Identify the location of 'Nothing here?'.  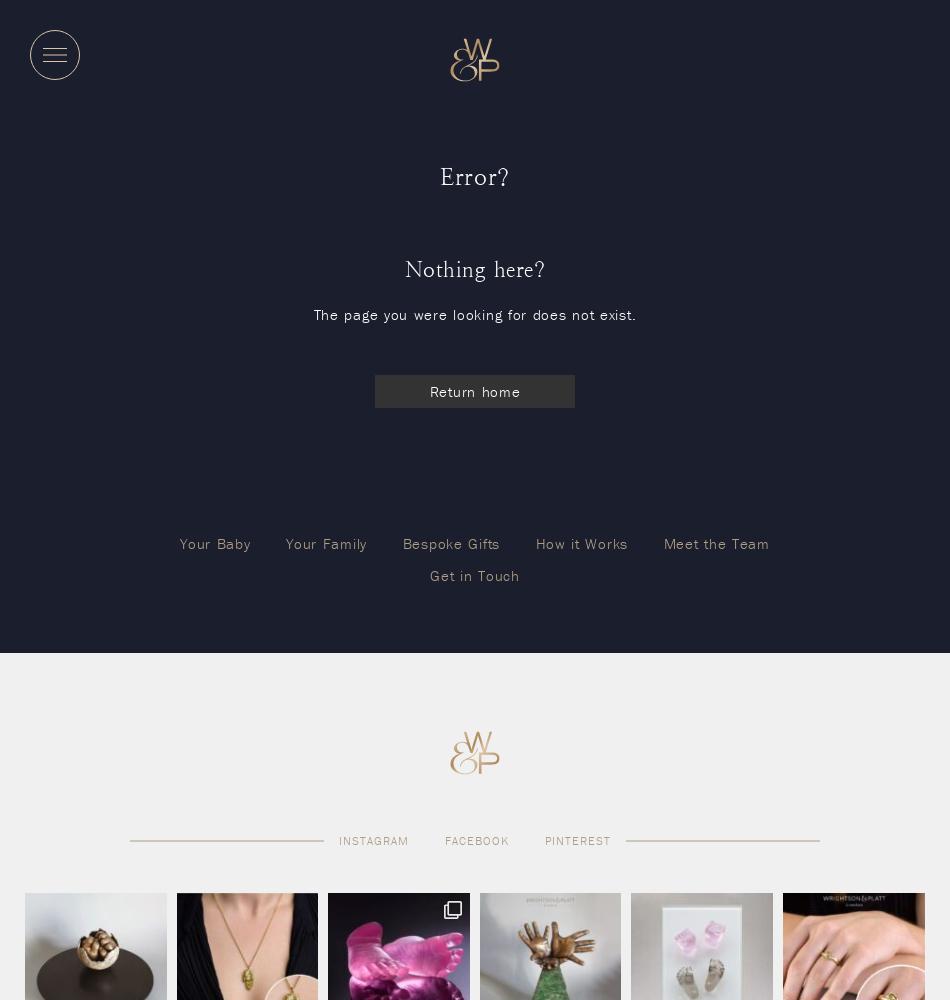
(403, 269).